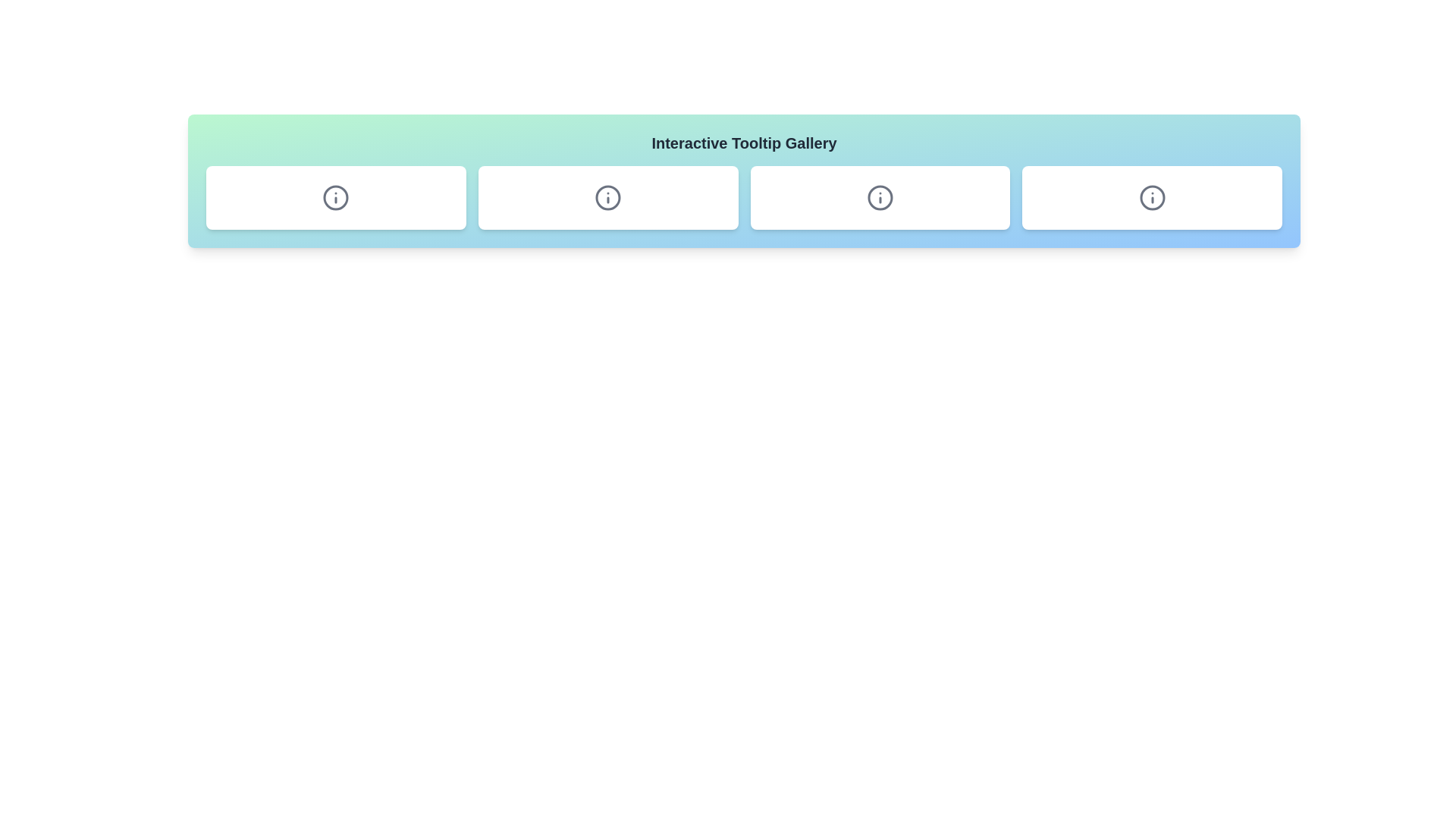  What do you see at coordinates (880, 197) in the screenshot?
I see `the circular icon with an 'i' symbol that is the third from the left among four similar icons, located beneath the header 'Interactive Tooltip Gallery'` at bounding box center [880, 197].